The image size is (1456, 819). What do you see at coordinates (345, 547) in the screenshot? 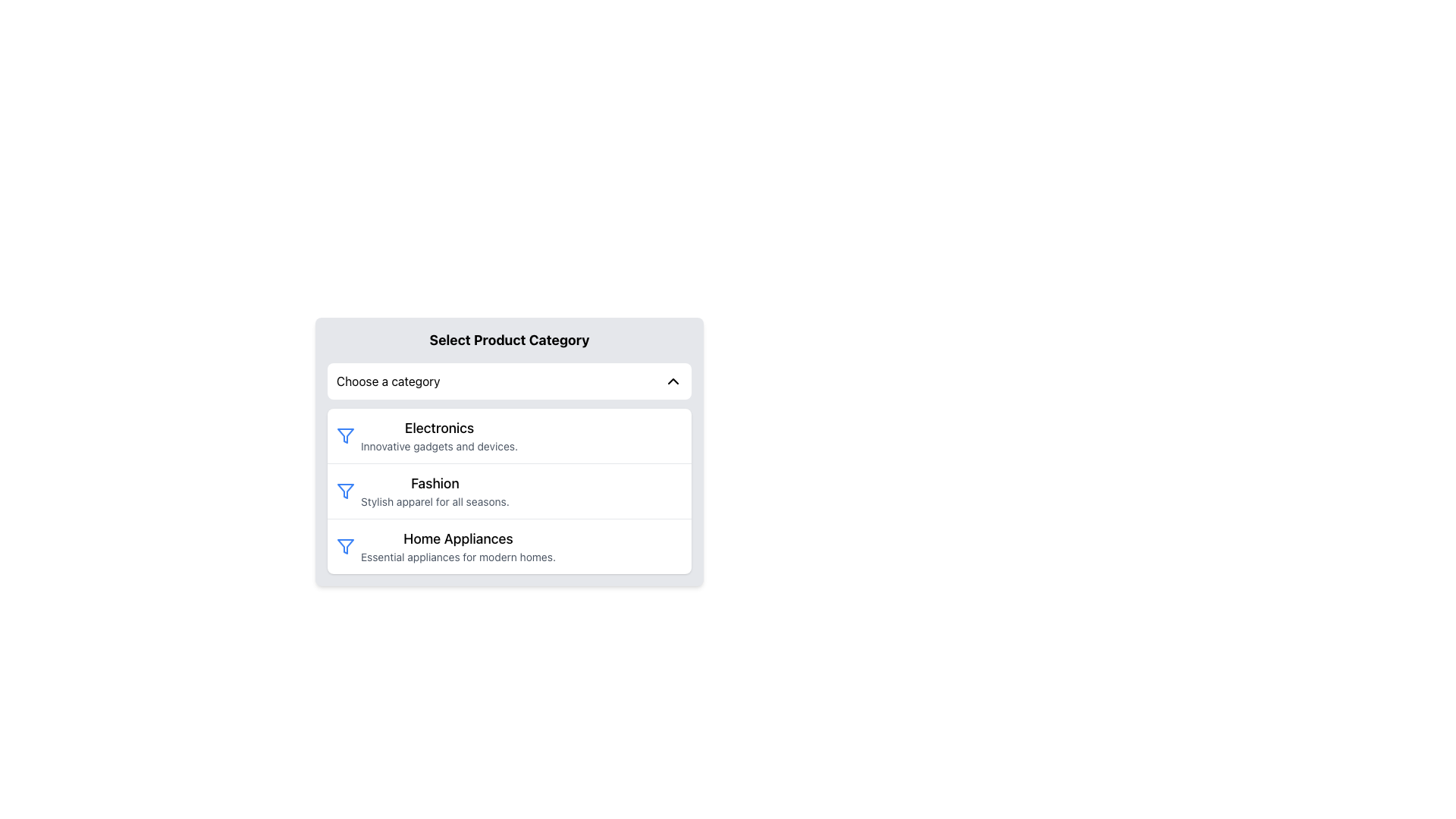
I see `the icon representing the 'Home Appliances' filtered option in the drop-down menu under 'Select Product Category'` at bounding box center [345, 547].